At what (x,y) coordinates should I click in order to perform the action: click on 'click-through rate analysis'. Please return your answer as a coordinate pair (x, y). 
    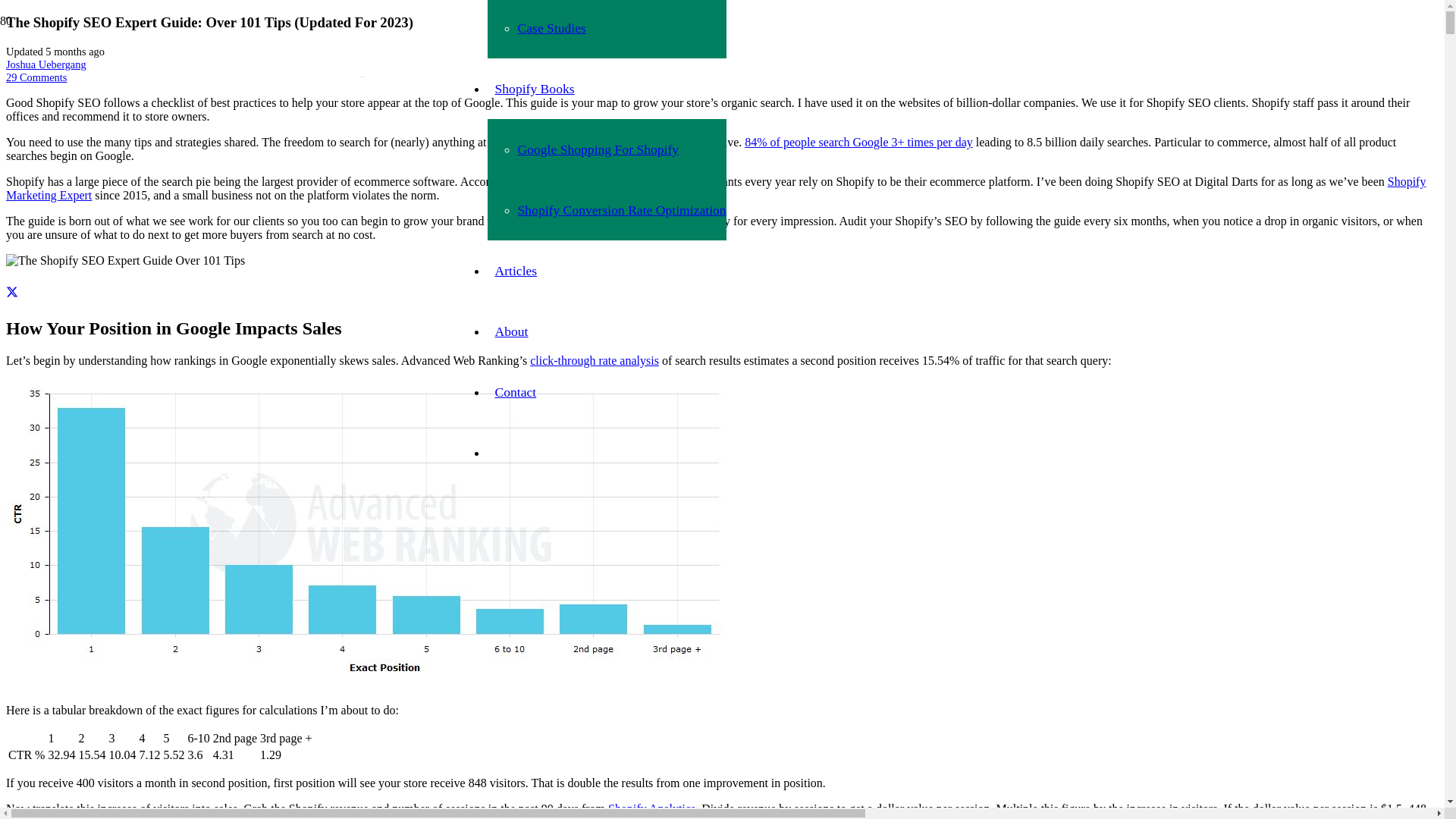
    Looking at the image, I should click on (530, 360).